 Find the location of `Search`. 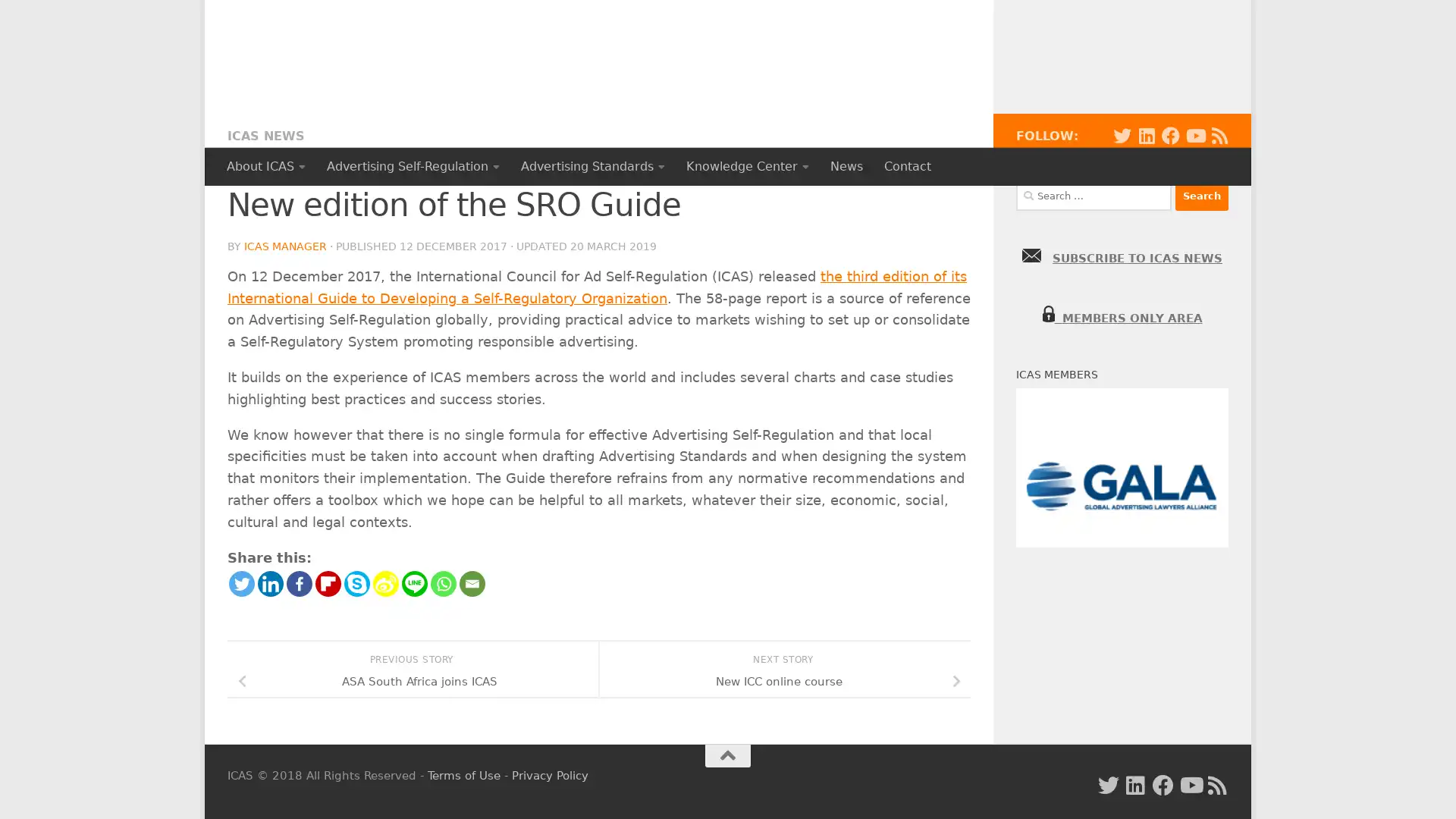

Search is located at coordinates (1200, 268).